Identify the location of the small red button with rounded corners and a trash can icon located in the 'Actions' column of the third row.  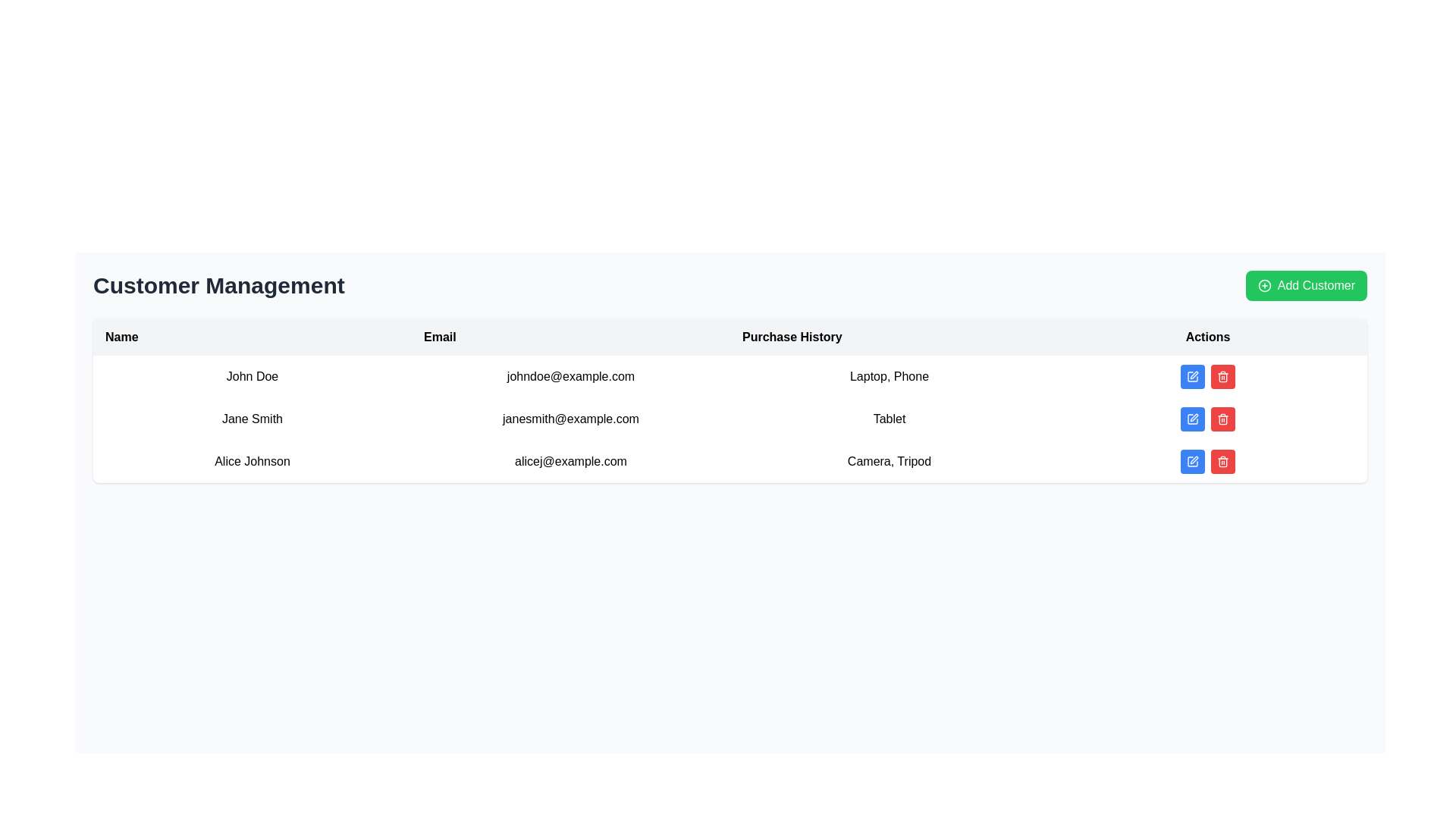
(1222, 461).